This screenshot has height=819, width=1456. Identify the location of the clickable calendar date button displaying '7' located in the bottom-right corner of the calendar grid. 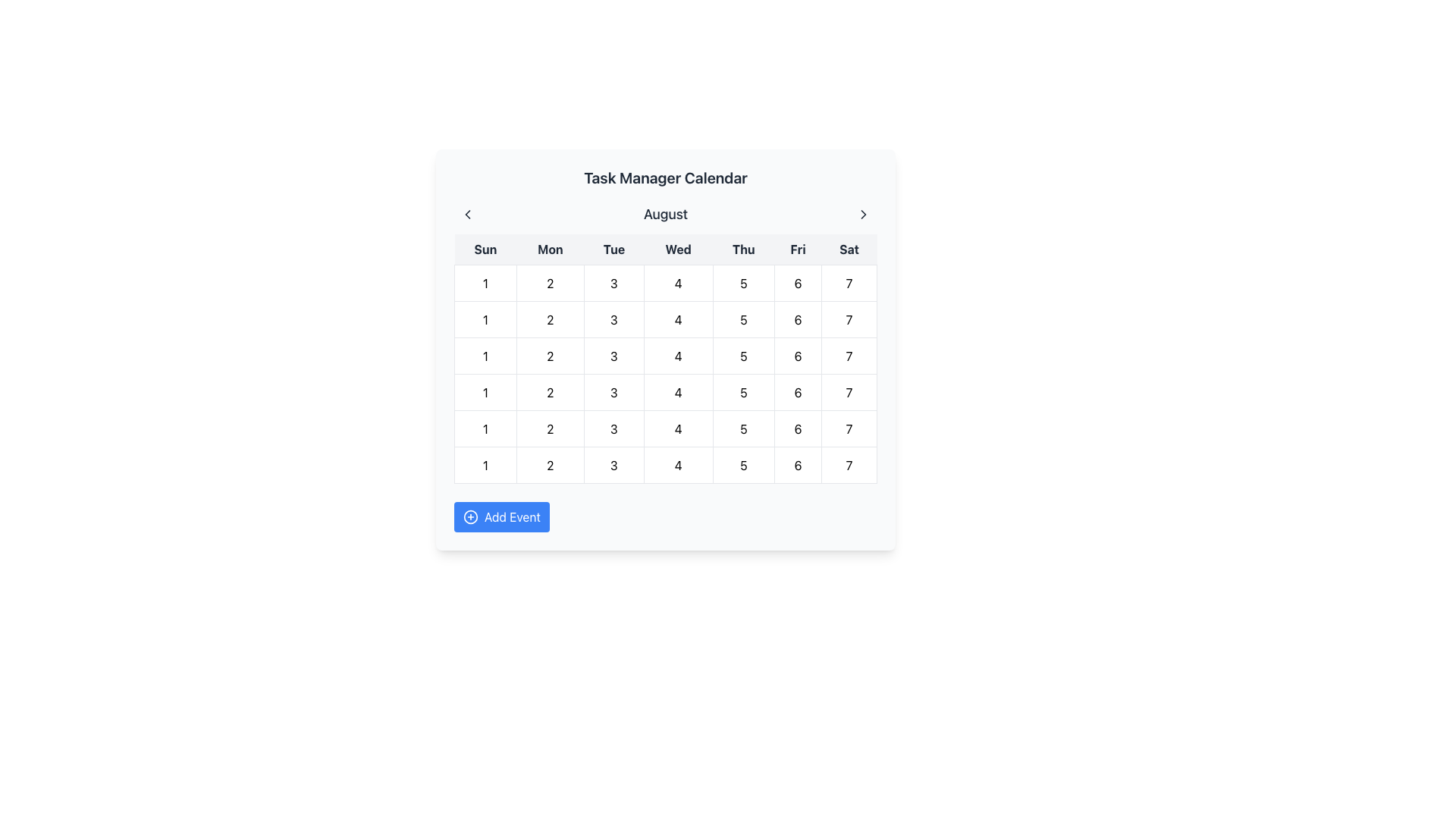
(849, 283).